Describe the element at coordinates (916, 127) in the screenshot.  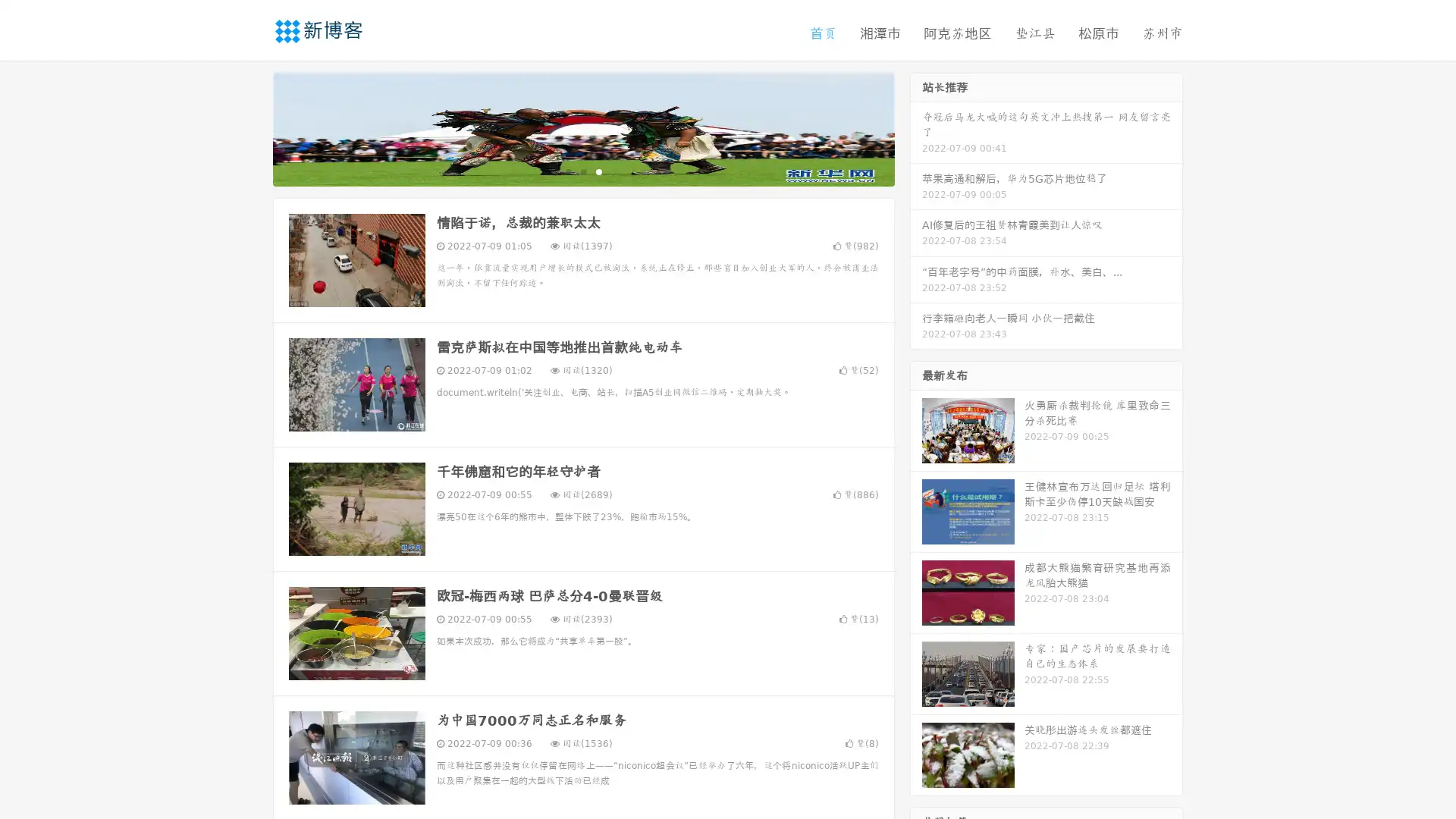
I see `Next slide` at that location.